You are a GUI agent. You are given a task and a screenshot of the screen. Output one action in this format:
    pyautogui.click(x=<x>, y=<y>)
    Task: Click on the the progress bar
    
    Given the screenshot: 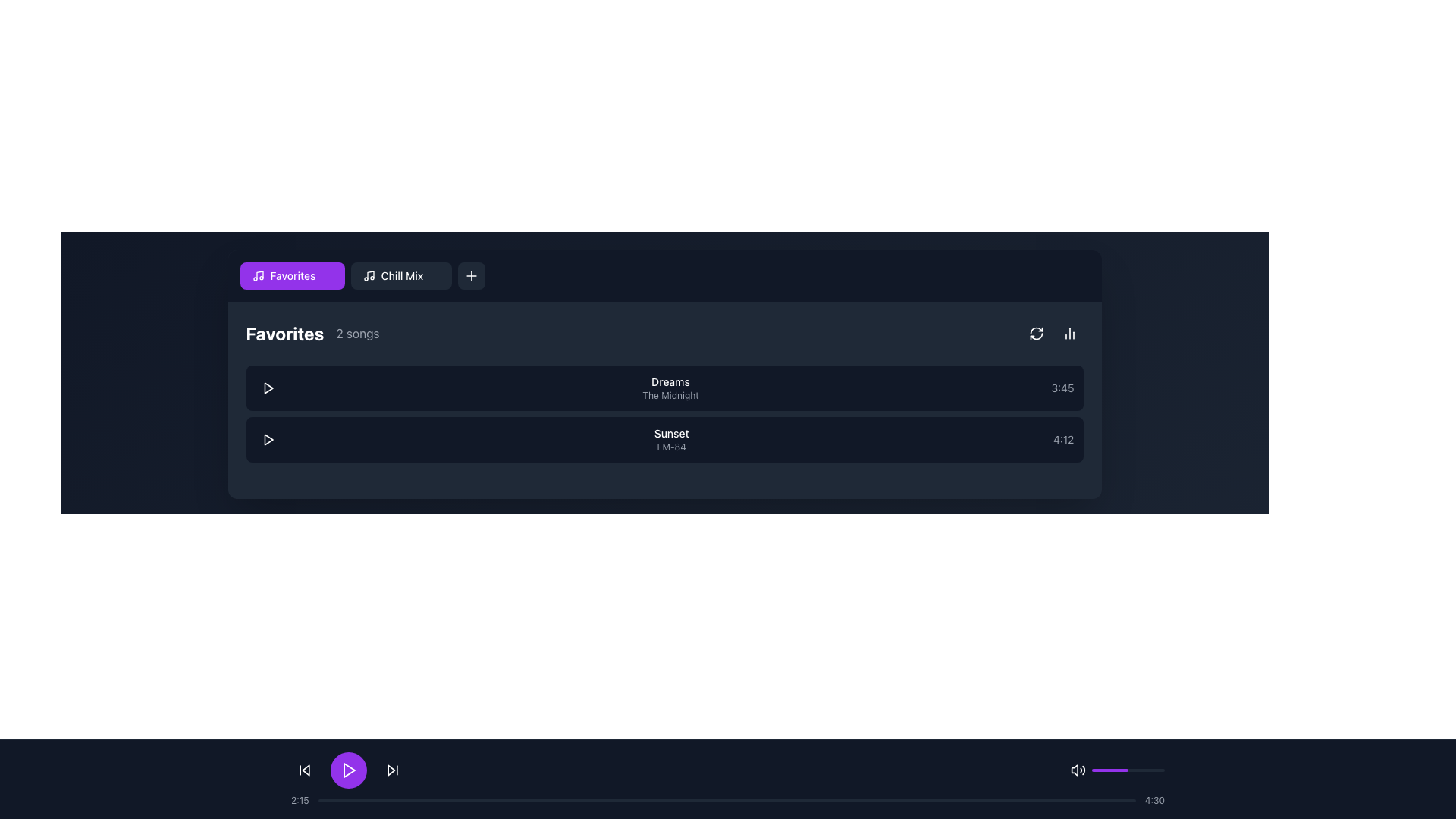 What is the action you would take?
    pyautogui.click(x=416, y=800)
    